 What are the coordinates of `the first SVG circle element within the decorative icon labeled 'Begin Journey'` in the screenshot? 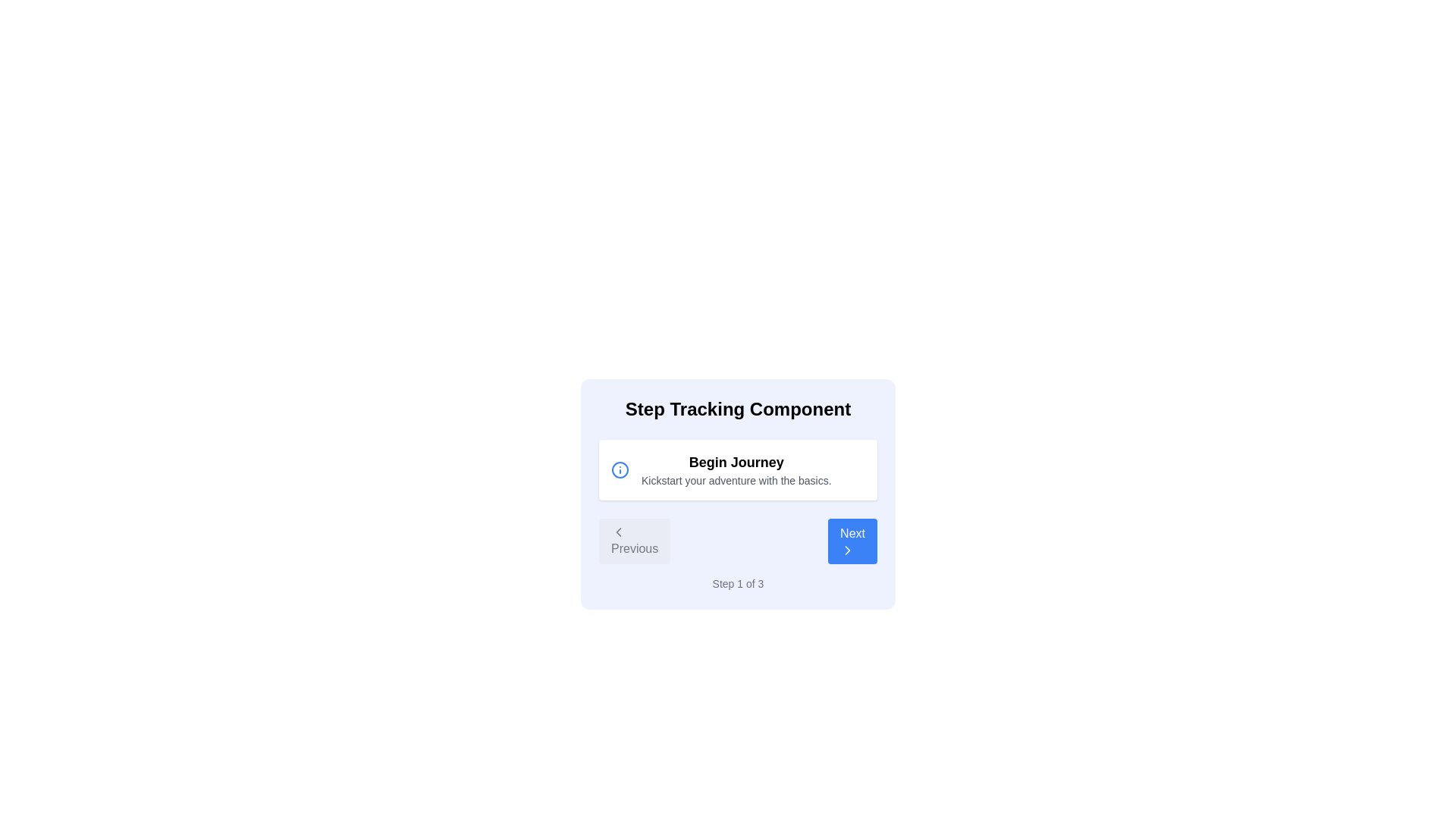 It's located at (620, 469).